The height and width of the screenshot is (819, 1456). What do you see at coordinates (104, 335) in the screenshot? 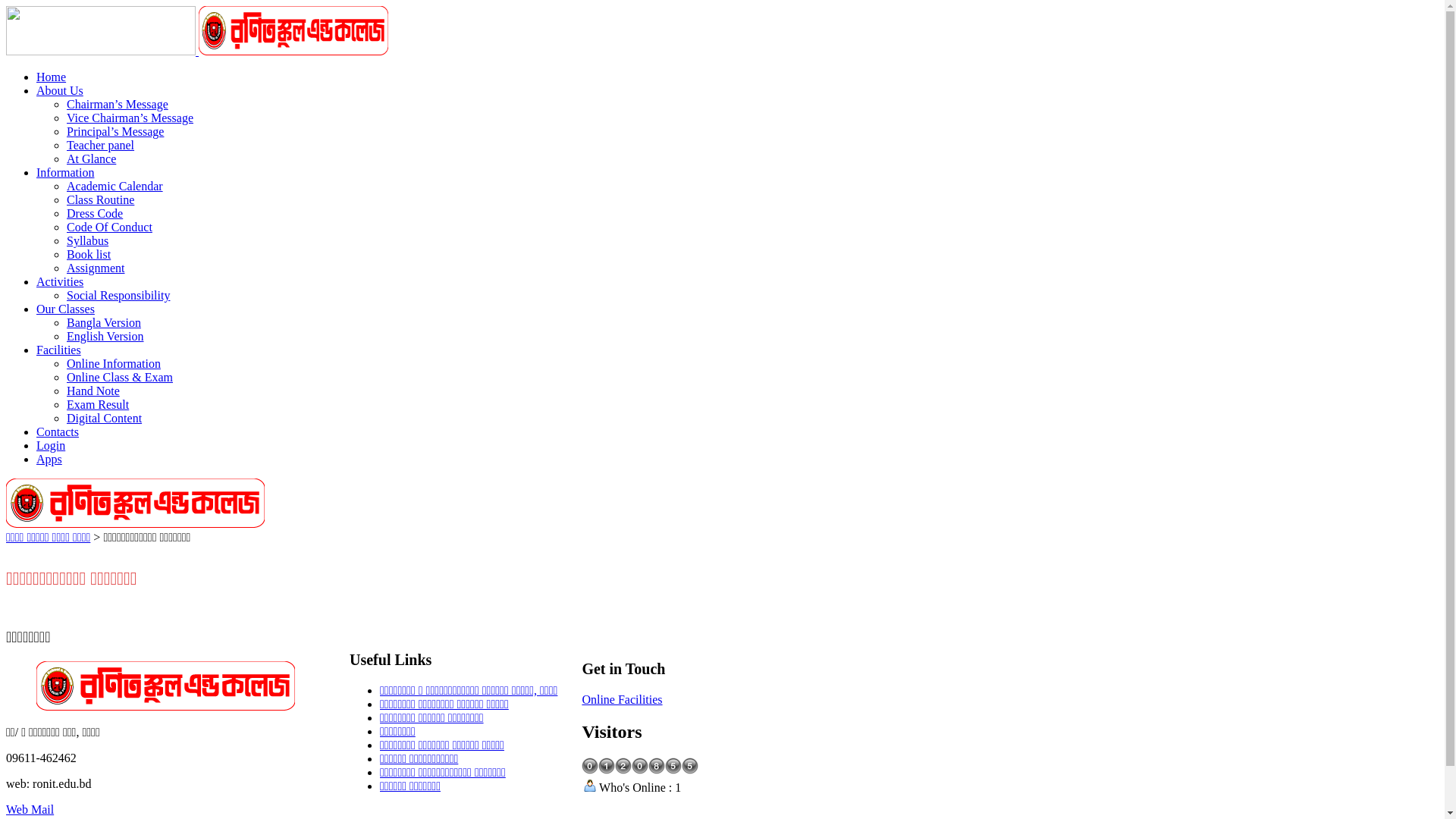
I see `'English Version'` at bounding box center [104, 335].